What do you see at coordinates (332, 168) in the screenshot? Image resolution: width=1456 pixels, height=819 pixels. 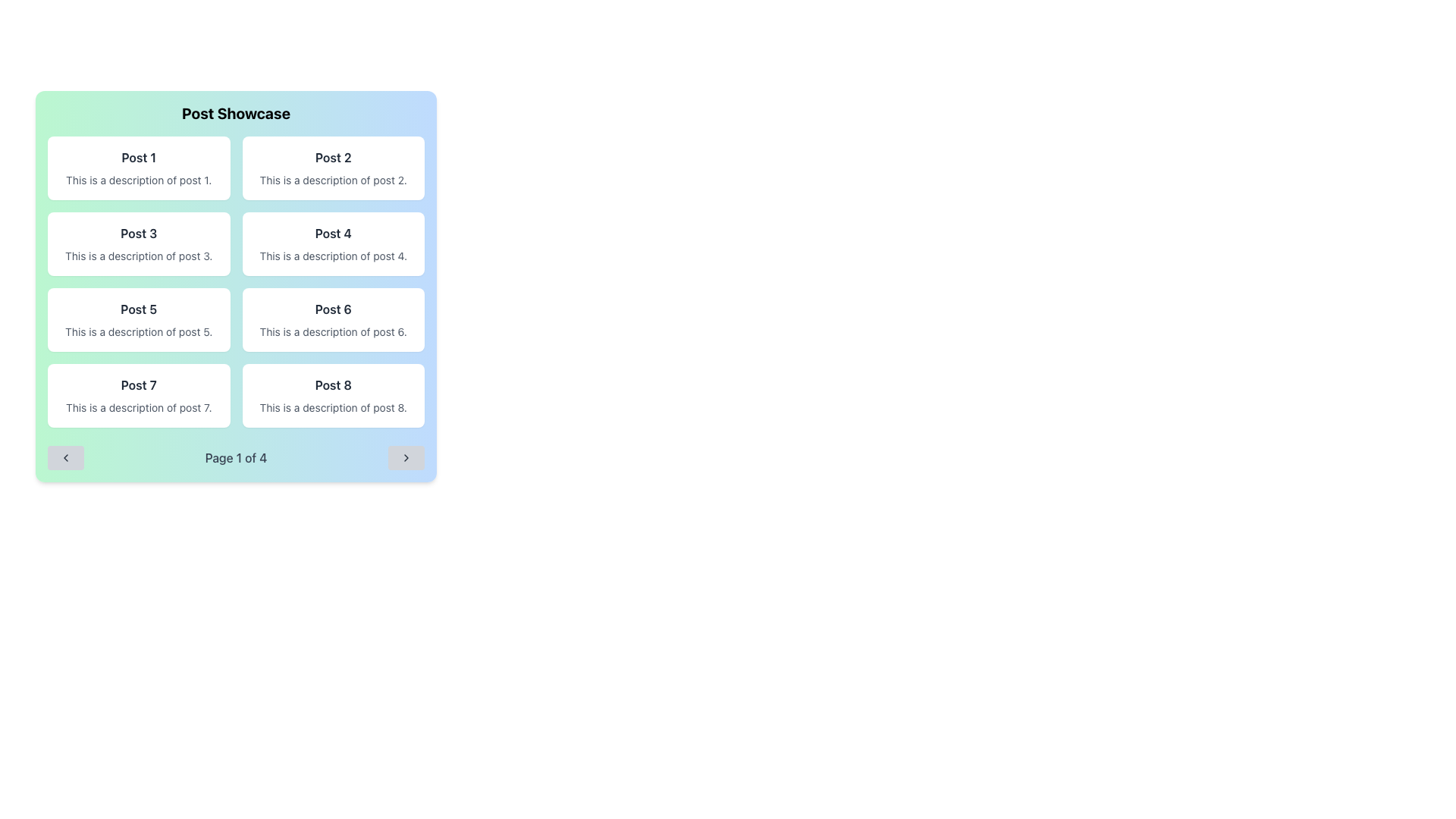 I see `the card displaying information for 'Post 2' located in the top-right position of the grid layout` at bounding box center [332, 168].